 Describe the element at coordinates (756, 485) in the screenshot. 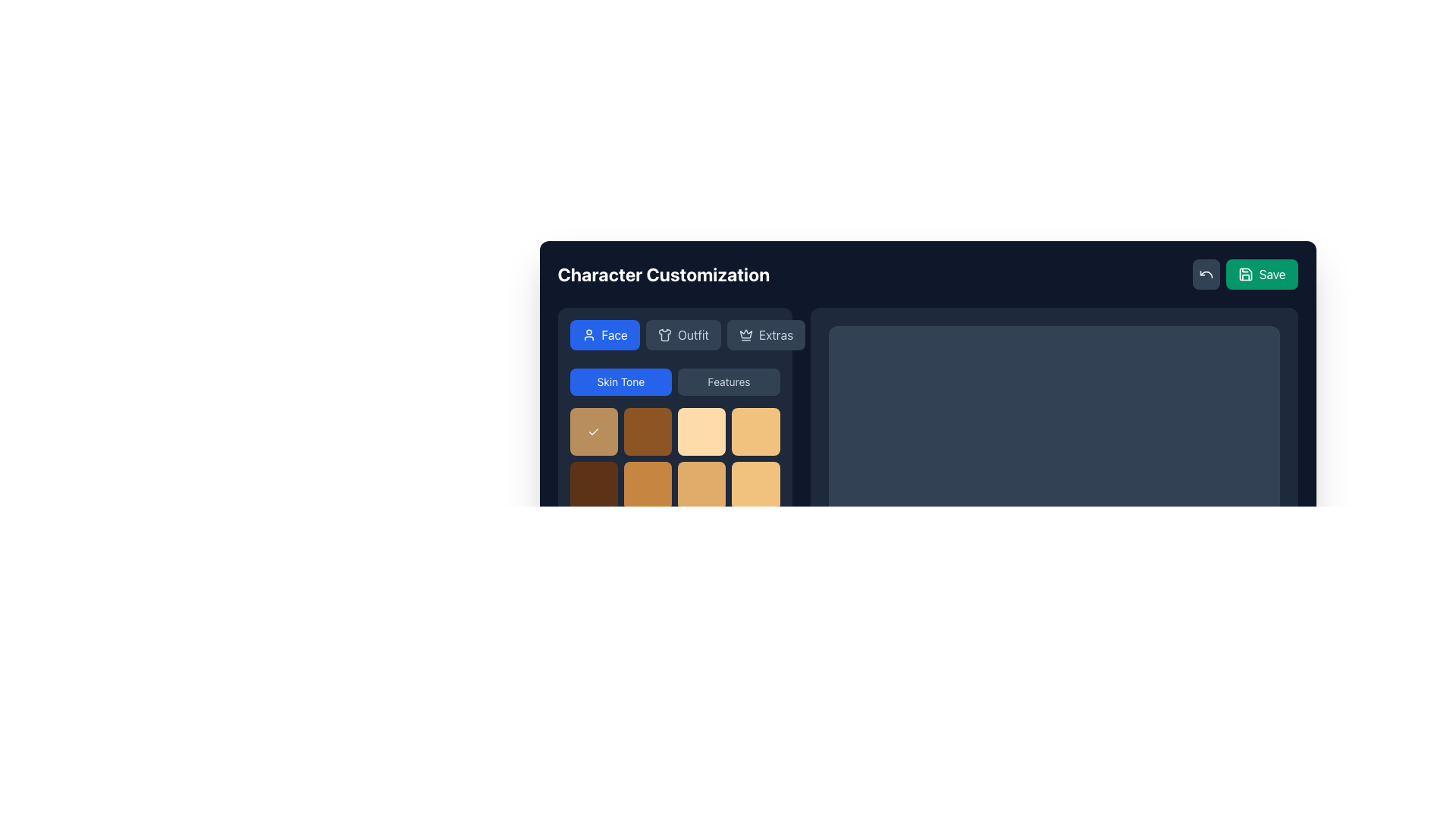

I see `the fourth color swatch in the bottom-right corner of the color customization grid` at that location.